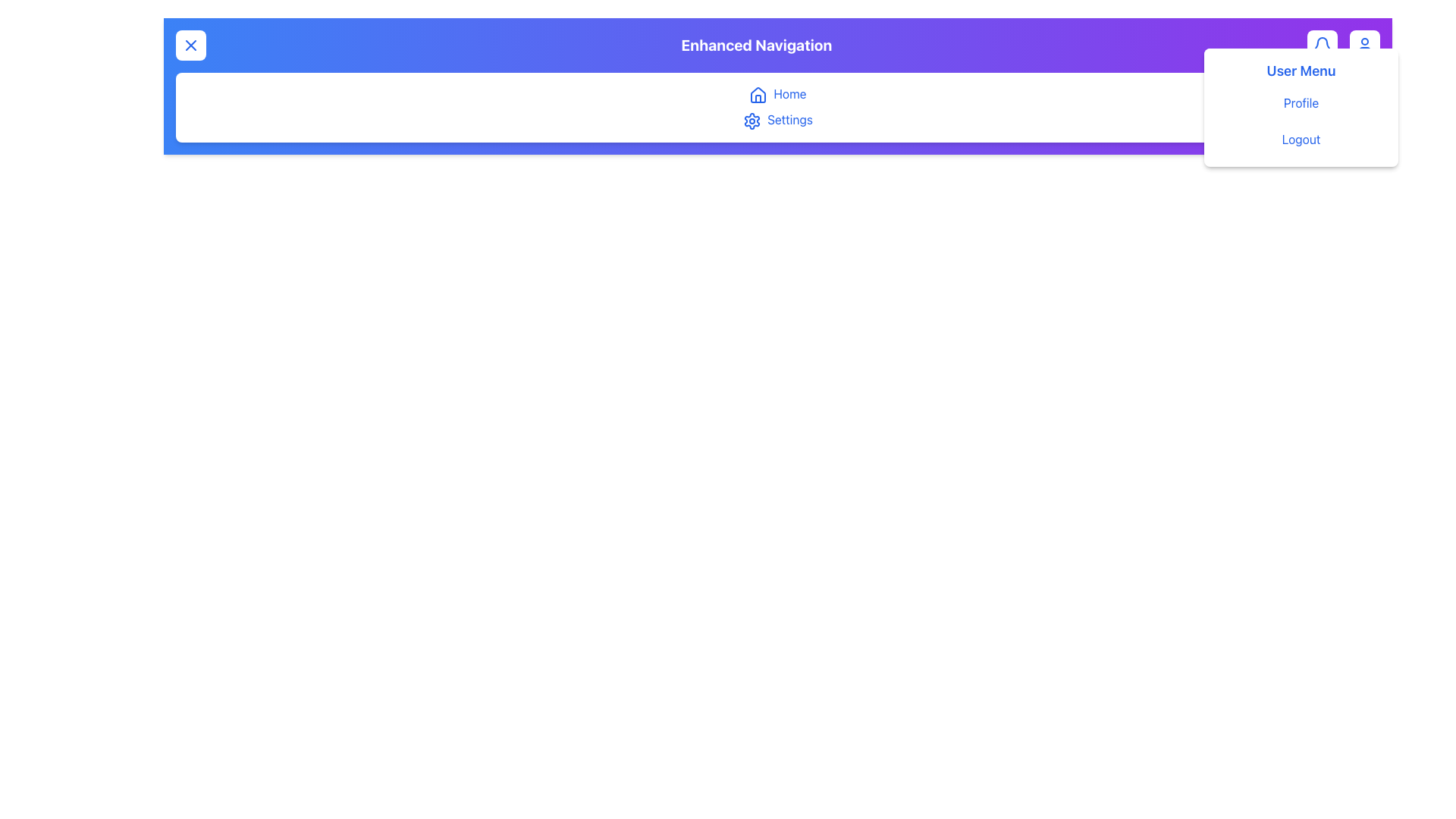 This screenshot has height=819, width=1456. What do you see at coordinates (752, 120) in the screenshot?
I see `the settings icon represented by a gear or cogwheel outline located to the left of the 'Settings' text link in the navigation bar` at bounding box center [752, 120].